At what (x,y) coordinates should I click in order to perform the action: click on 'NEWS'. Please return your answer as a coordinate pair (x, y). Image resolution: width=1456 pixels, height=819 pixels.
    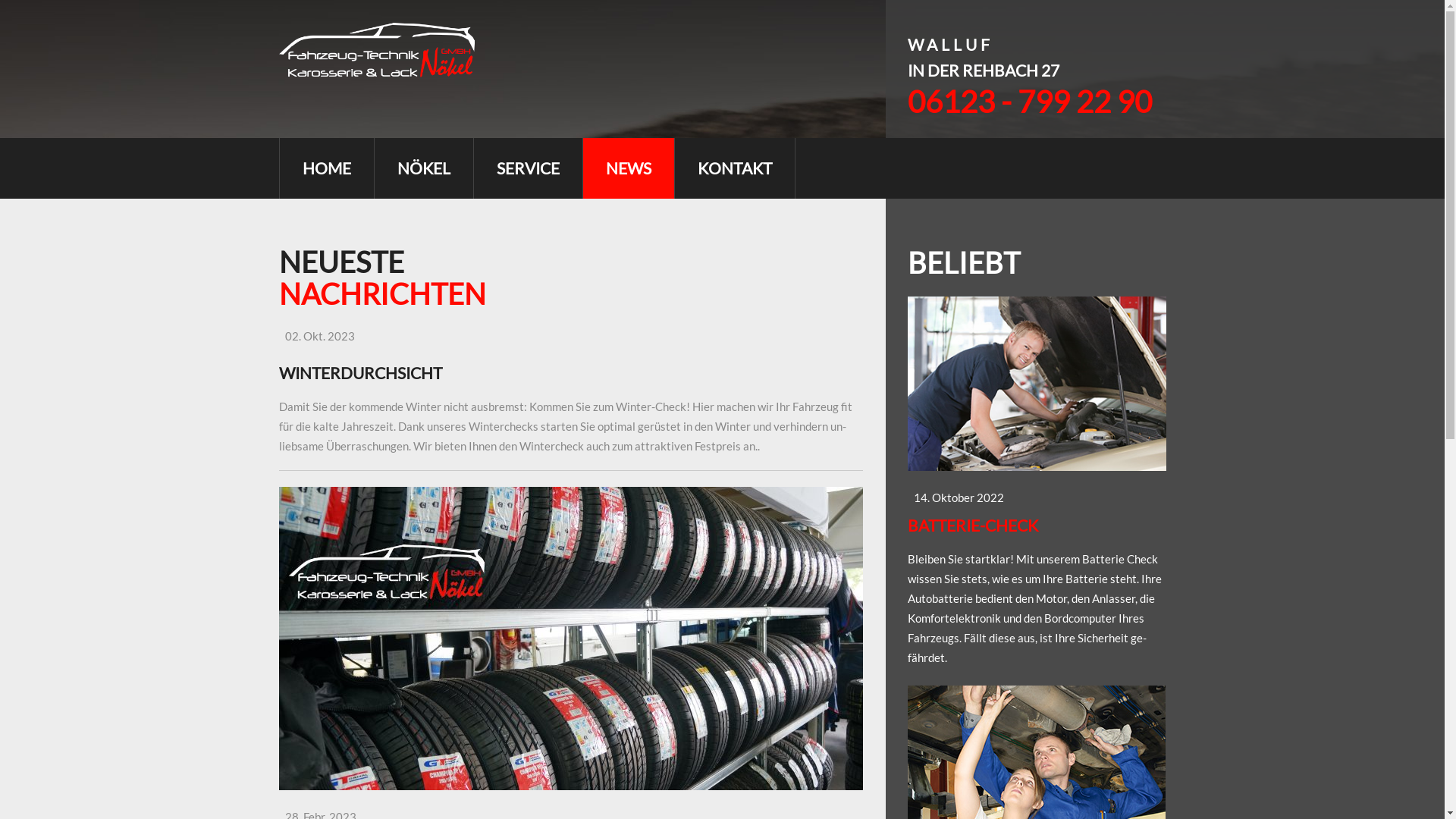
    Looking at the image, I should click on (628, 168).